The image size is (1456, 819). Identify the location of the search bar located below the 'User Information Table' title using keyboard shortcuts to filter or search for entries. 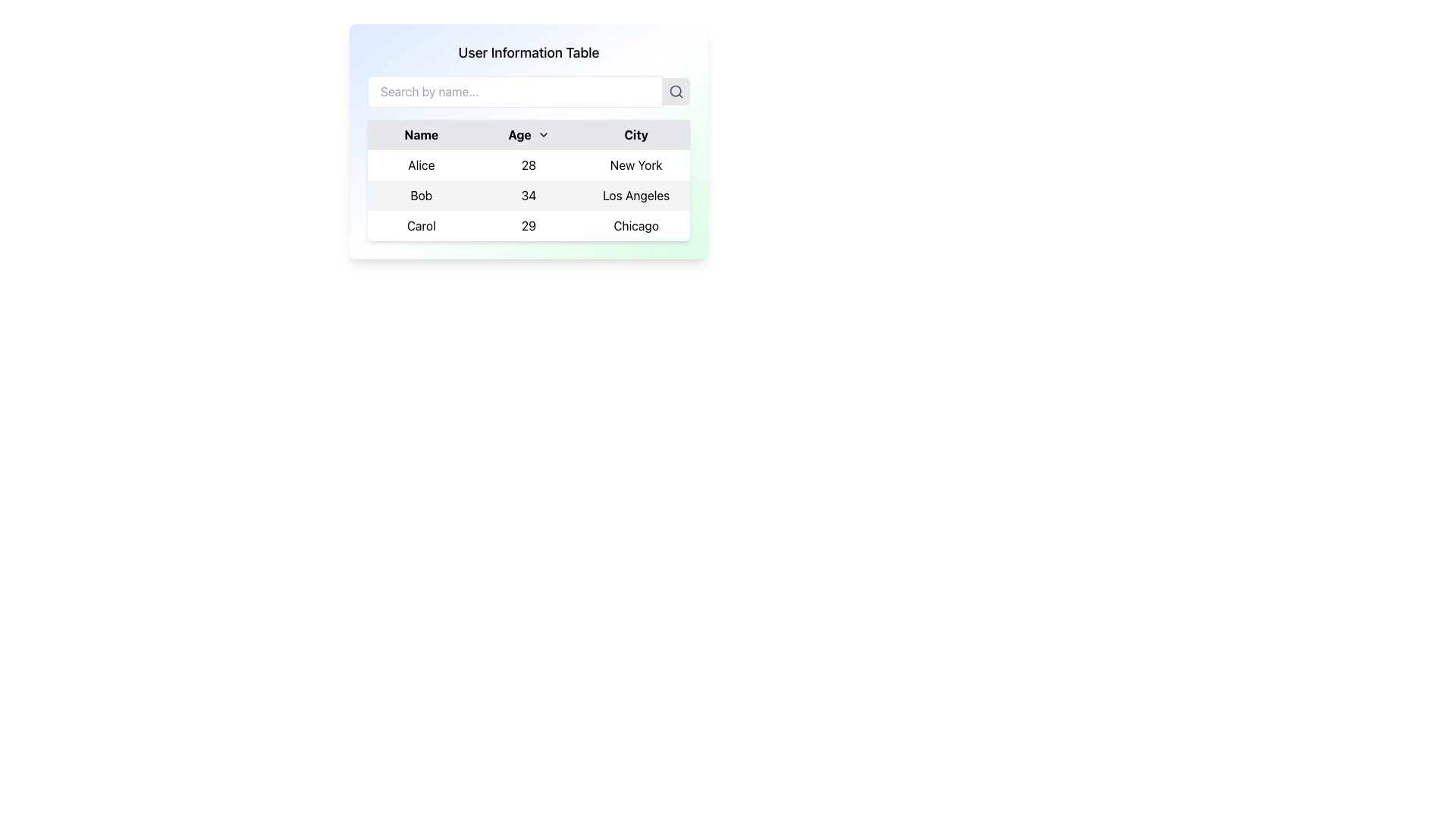
(529, 91).